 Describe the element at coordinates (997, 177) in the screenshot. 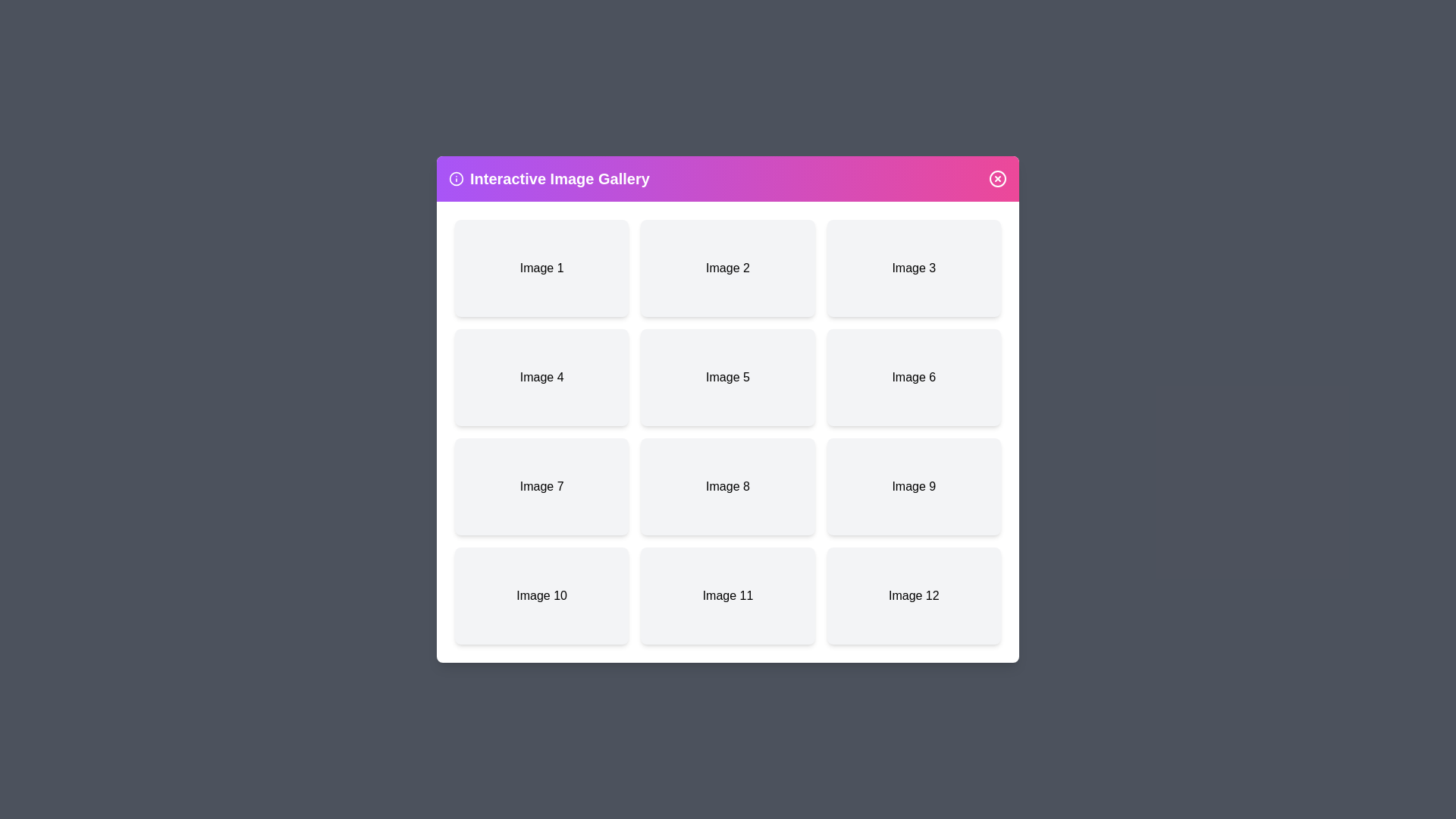

I see `the close button to close the dialog` at that location.